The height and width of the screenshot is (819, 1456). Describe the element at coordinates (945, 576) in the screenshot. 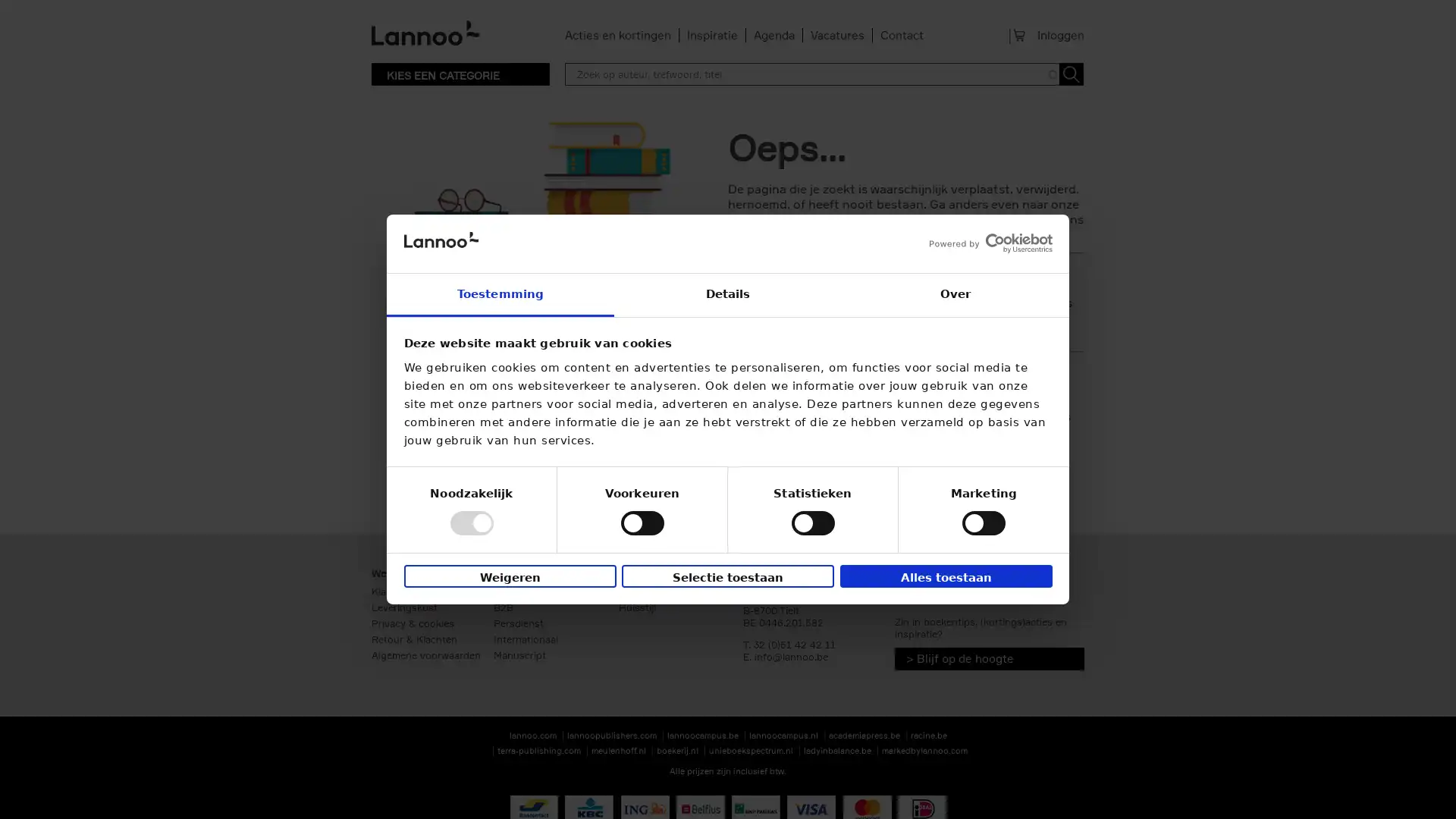

I see `Alles toestaan` at that location.